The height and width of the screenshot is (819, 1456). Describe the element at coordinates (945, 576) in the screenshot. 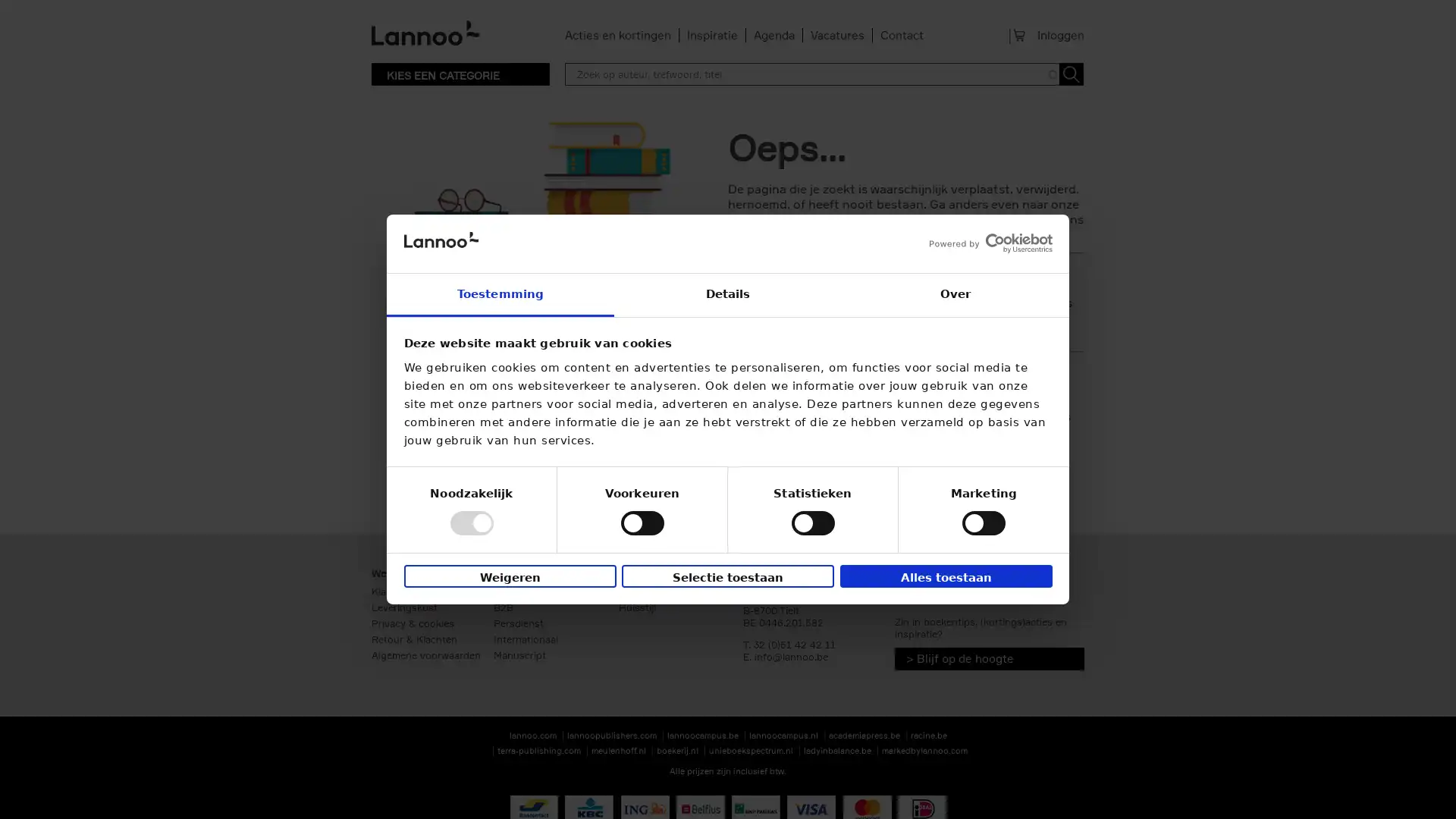

I see `Alles toestaan` at that location.